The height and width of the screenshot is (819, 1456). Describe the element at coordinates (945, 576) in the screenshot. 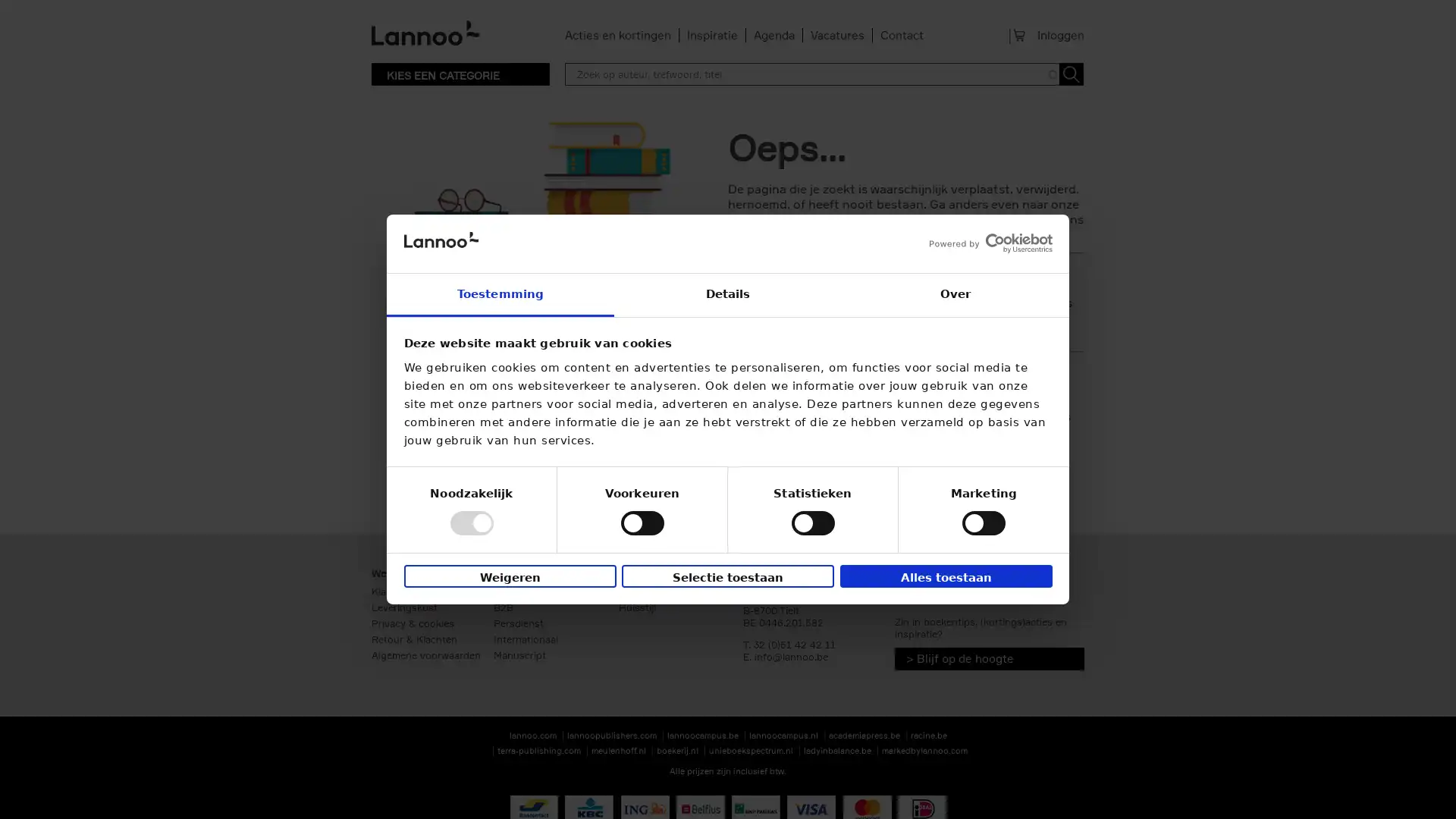

I see `Alles toestaan` at that location.